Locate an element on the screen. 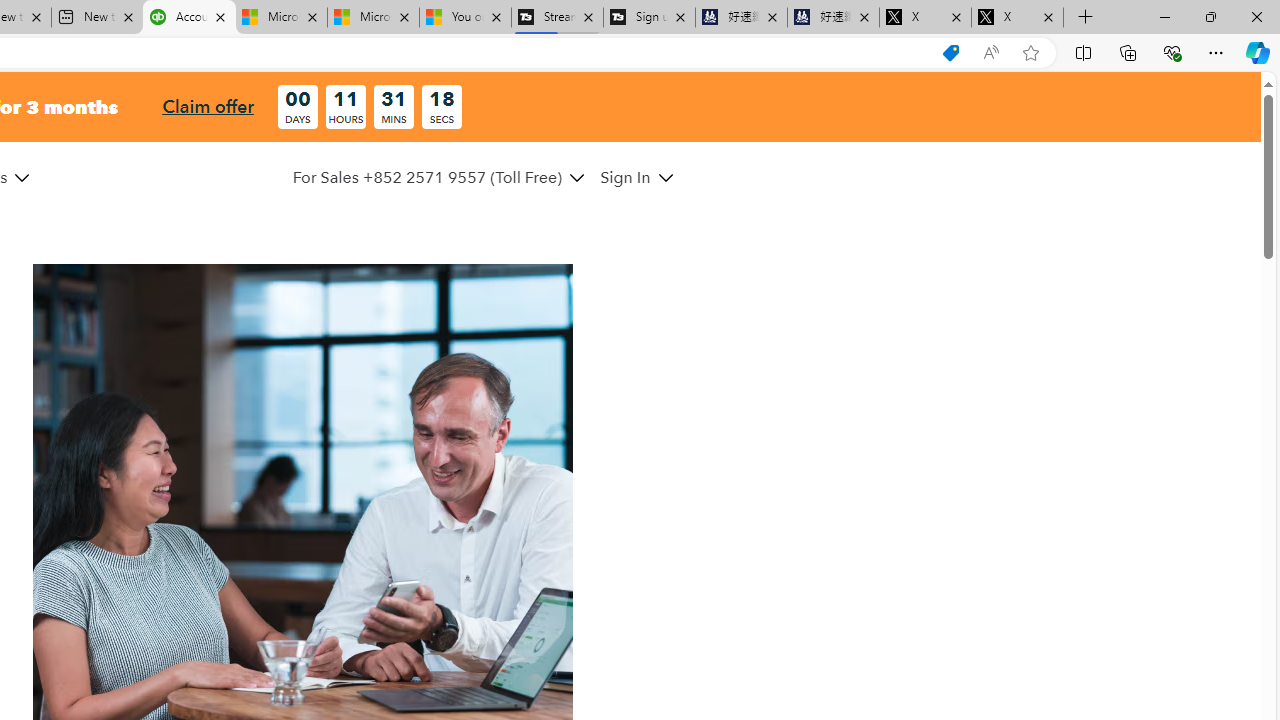  'Class: MenuItem_dDown__f585abf6 MenuItem_white__f585abf6' is located at coordinates (665, 177).